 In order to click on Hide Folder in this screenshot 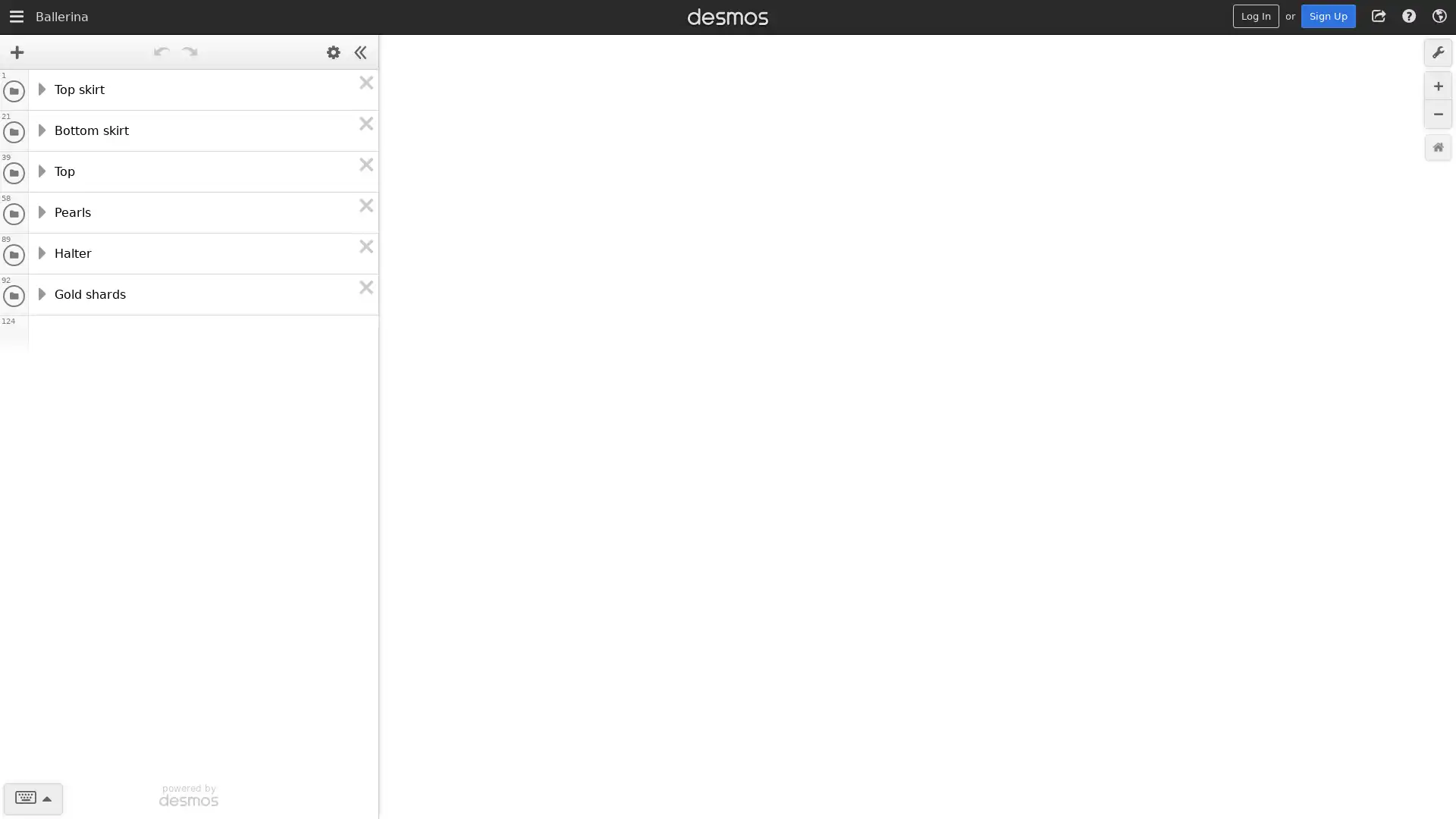, I will do `click(14, 213)`.